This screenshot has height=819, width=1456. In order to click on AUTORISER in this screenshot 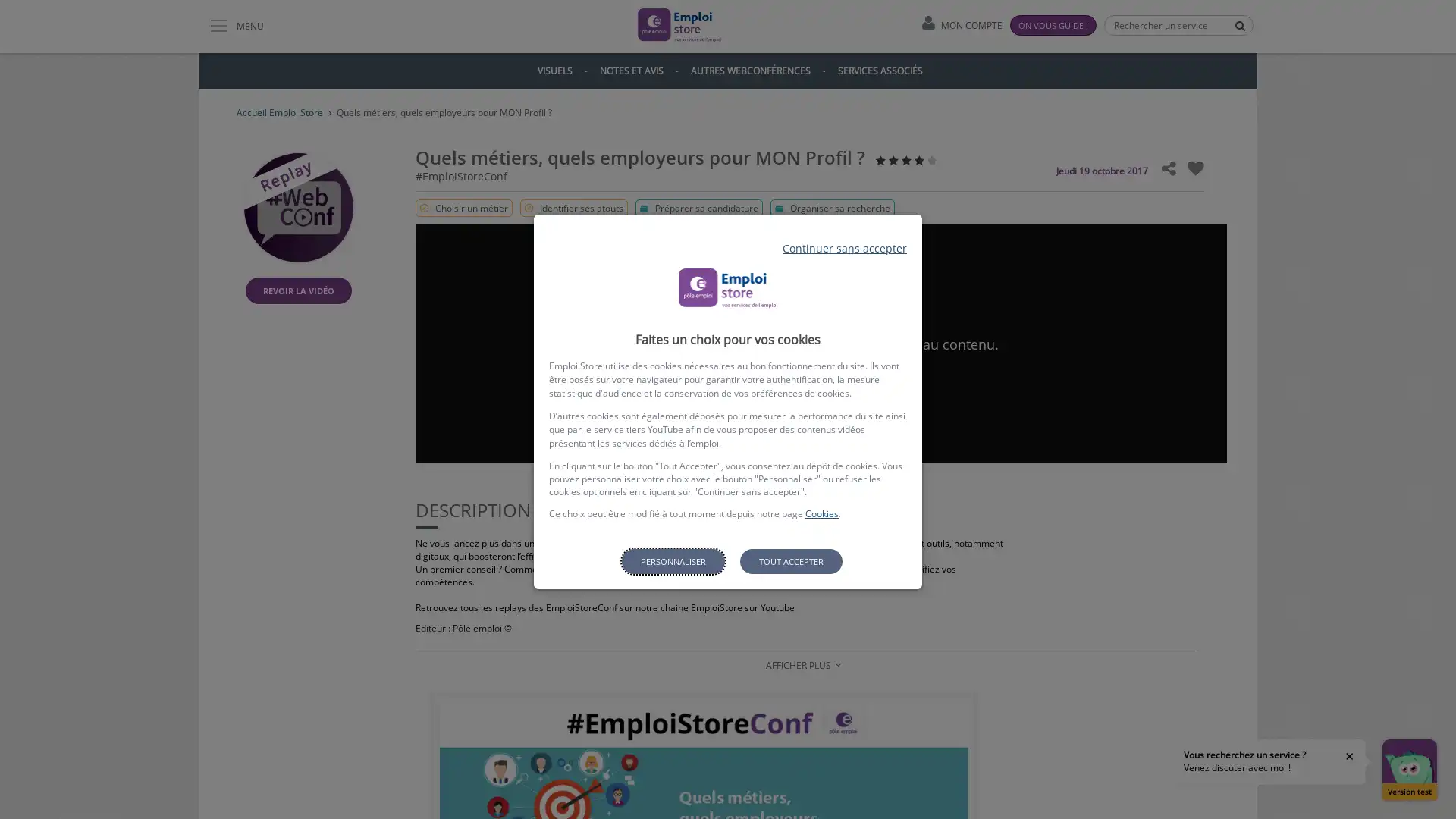, I will do `click(821, 384)`.